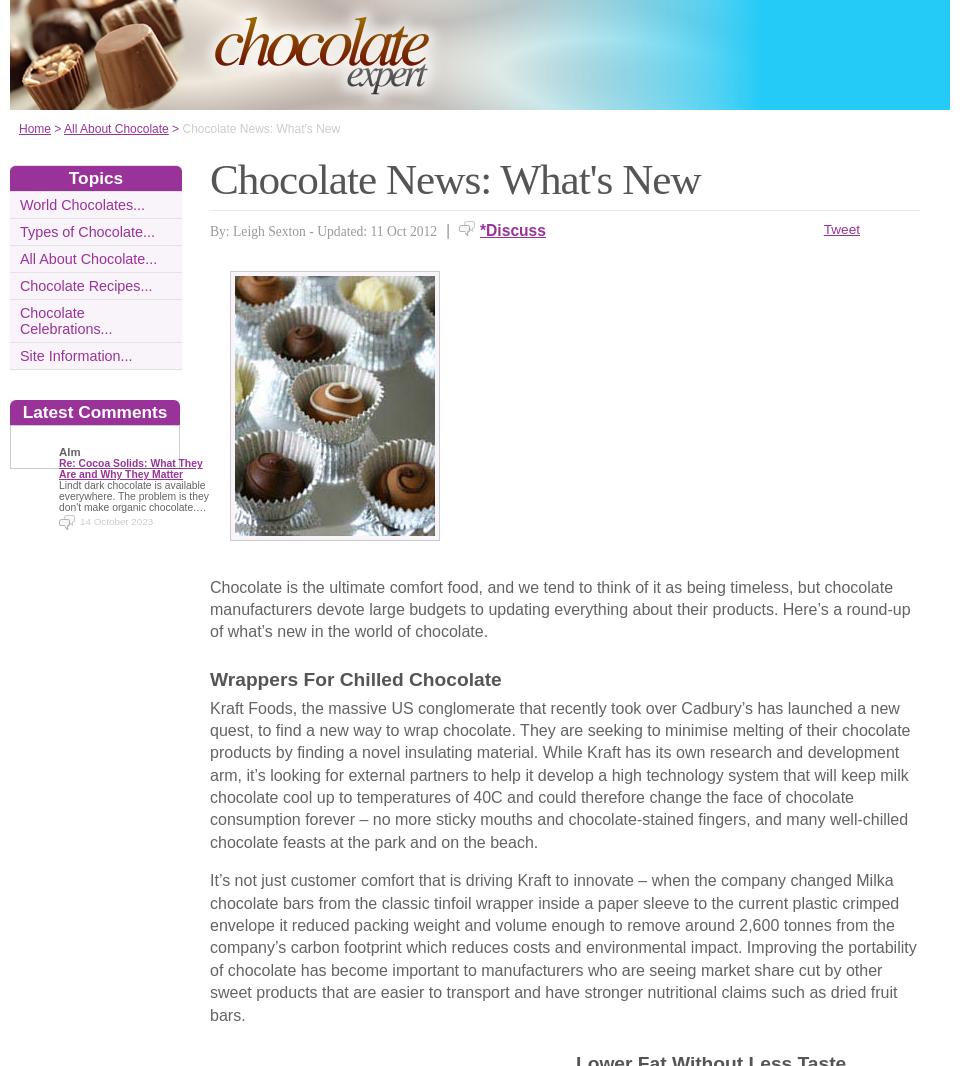 The width and height of the screenshot is (960, 1066). Describe the element at coordinates (34, 127) in the screenshot. I see `'Home'` at that location.